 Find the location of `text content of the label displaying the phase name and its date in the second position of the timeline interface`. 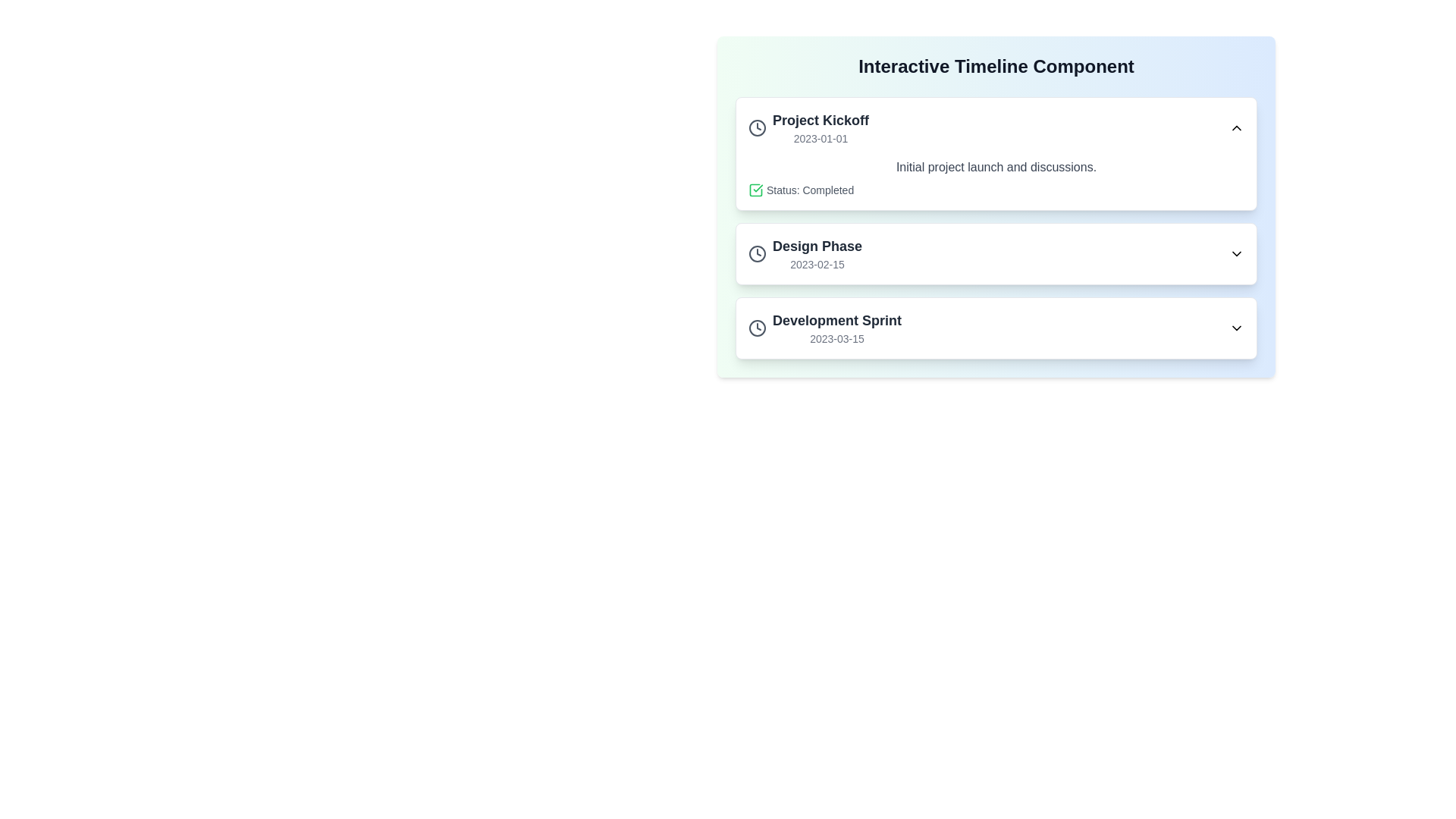

text content of the label displaying the phase name and its date in the second position of the timeline interface is located at coordinates (804, 253).